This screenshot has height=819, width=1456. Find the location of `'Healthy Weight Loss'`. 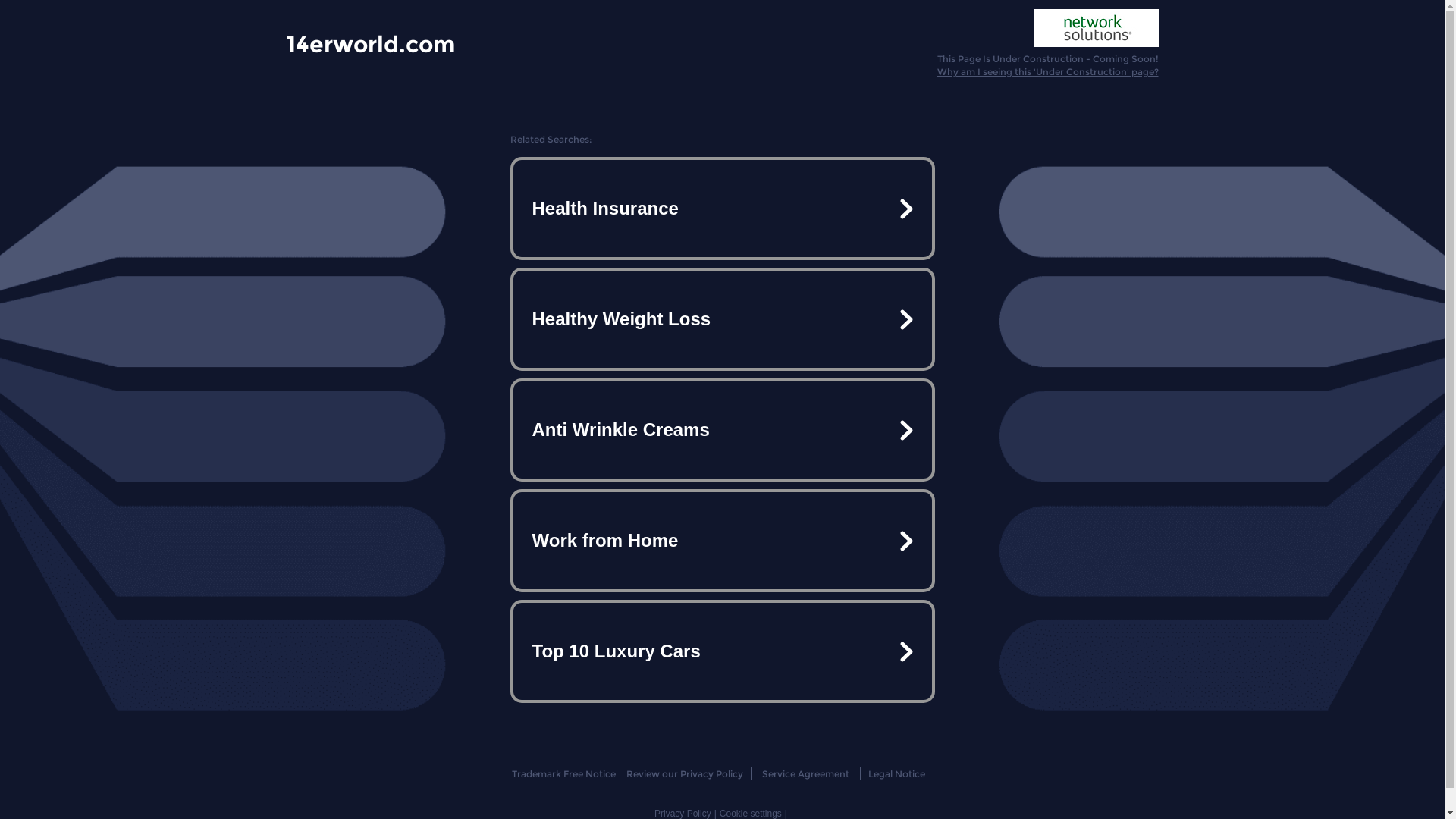

'Healthy Weight Loss' is located at coordinates (720, 318).